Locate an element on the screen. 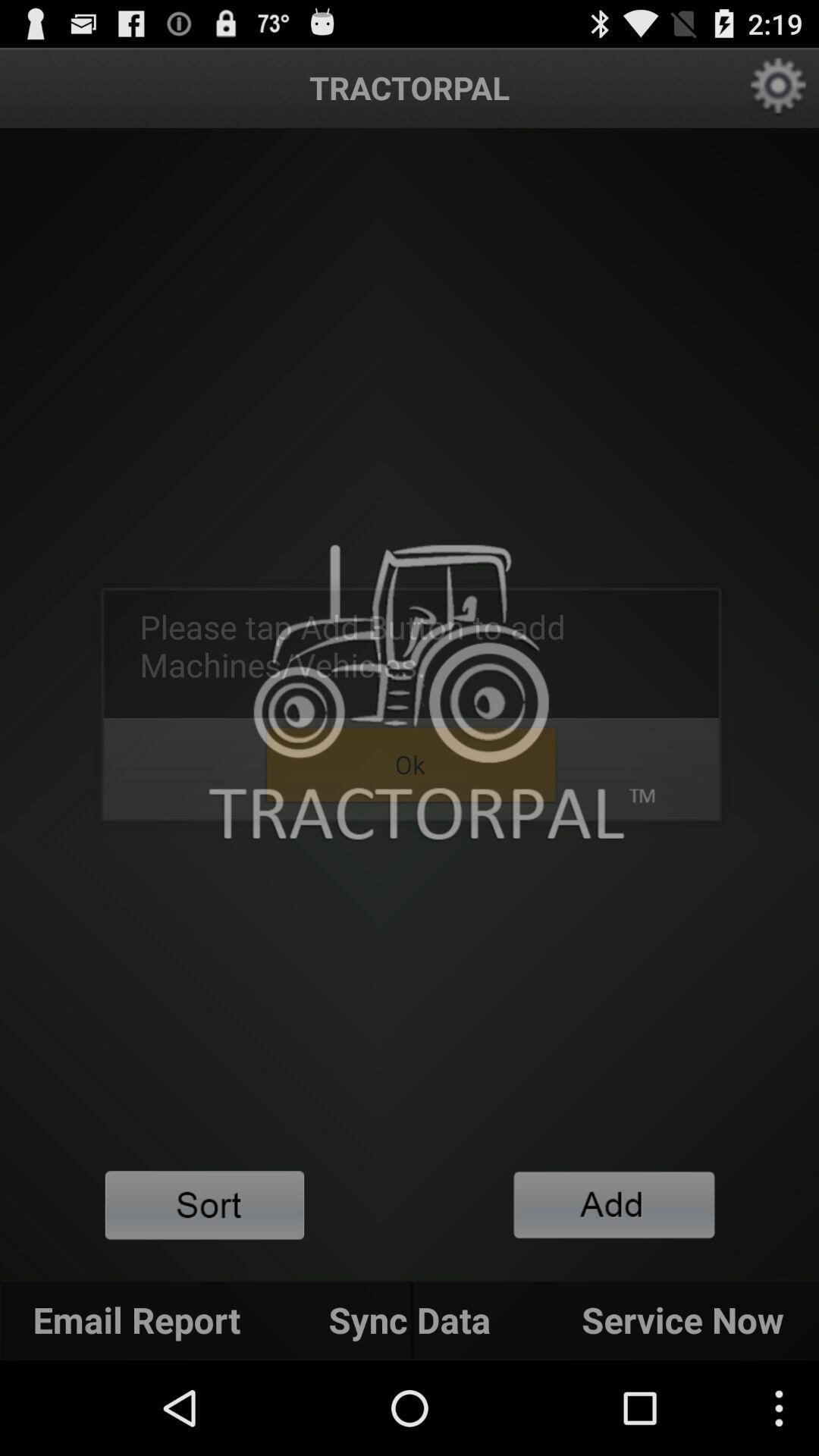 The height and width of the screenshot is (1456, 819). record is located at coordinates (614, 1203).